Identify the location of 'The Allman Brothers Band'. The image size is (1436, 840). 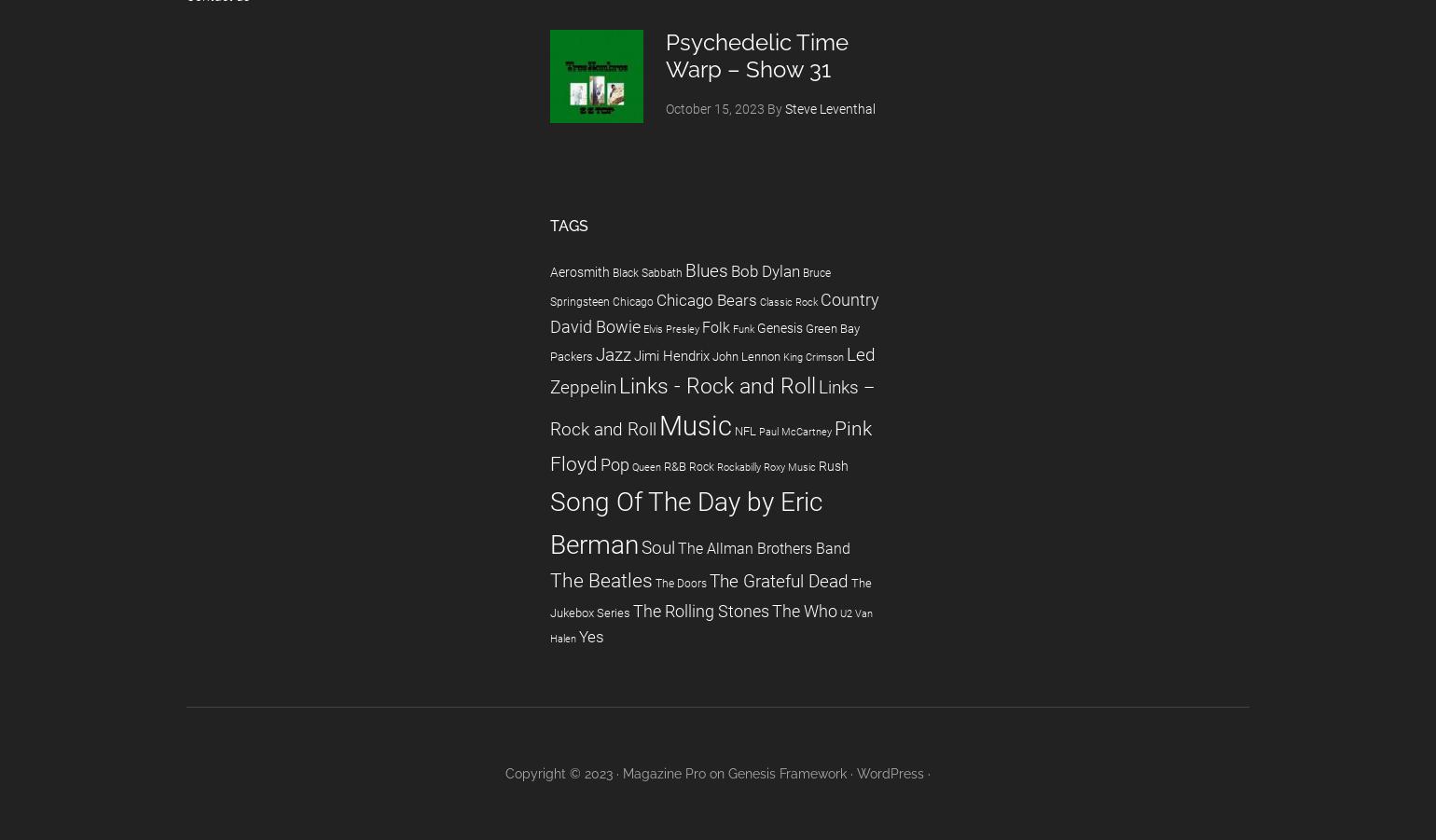
(764, 546).